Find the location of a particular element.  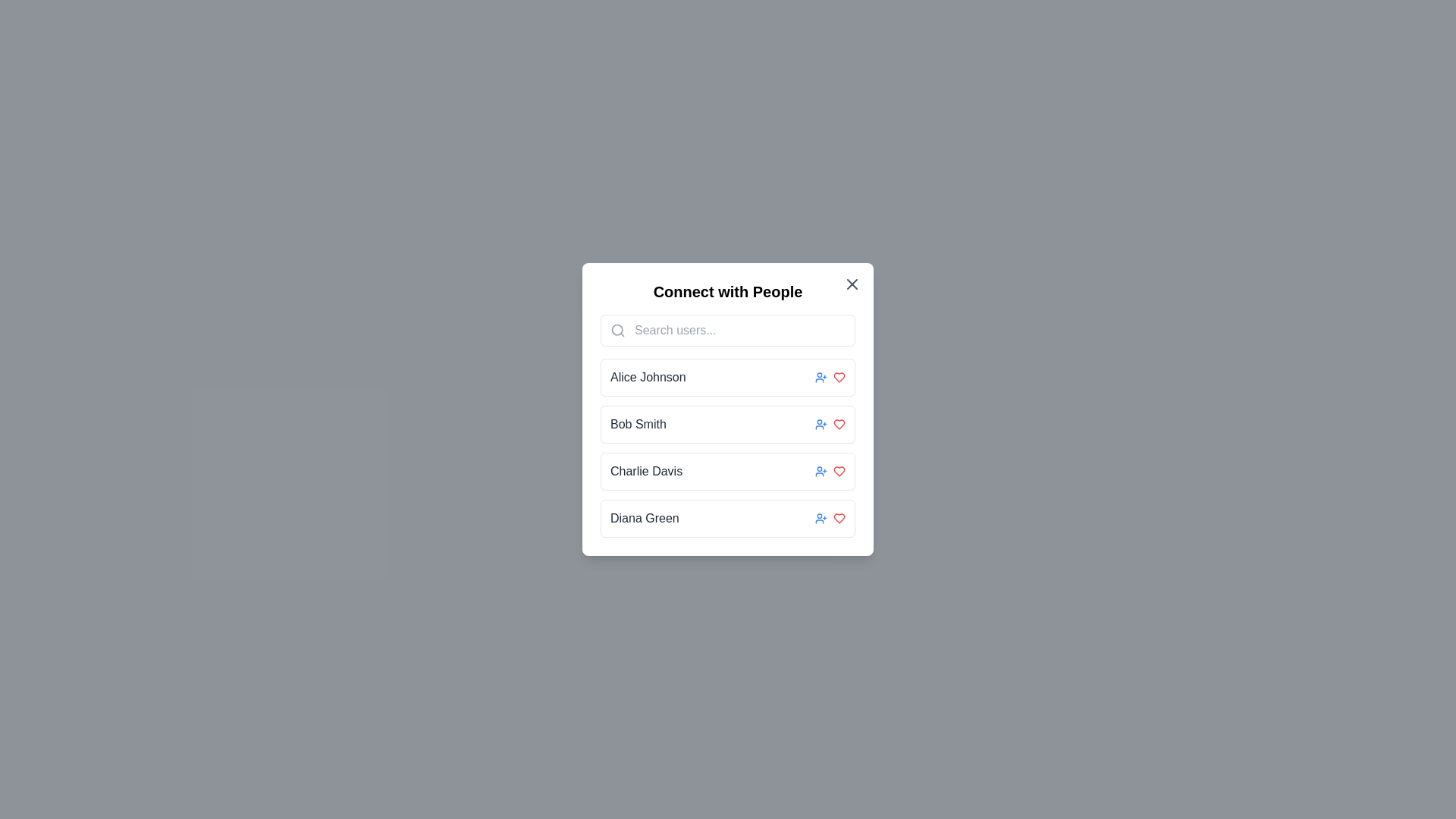

the text label displaying 'Diana Green', which represents a user in the list under 'Connect with People' is located at coordinates (645, 517).